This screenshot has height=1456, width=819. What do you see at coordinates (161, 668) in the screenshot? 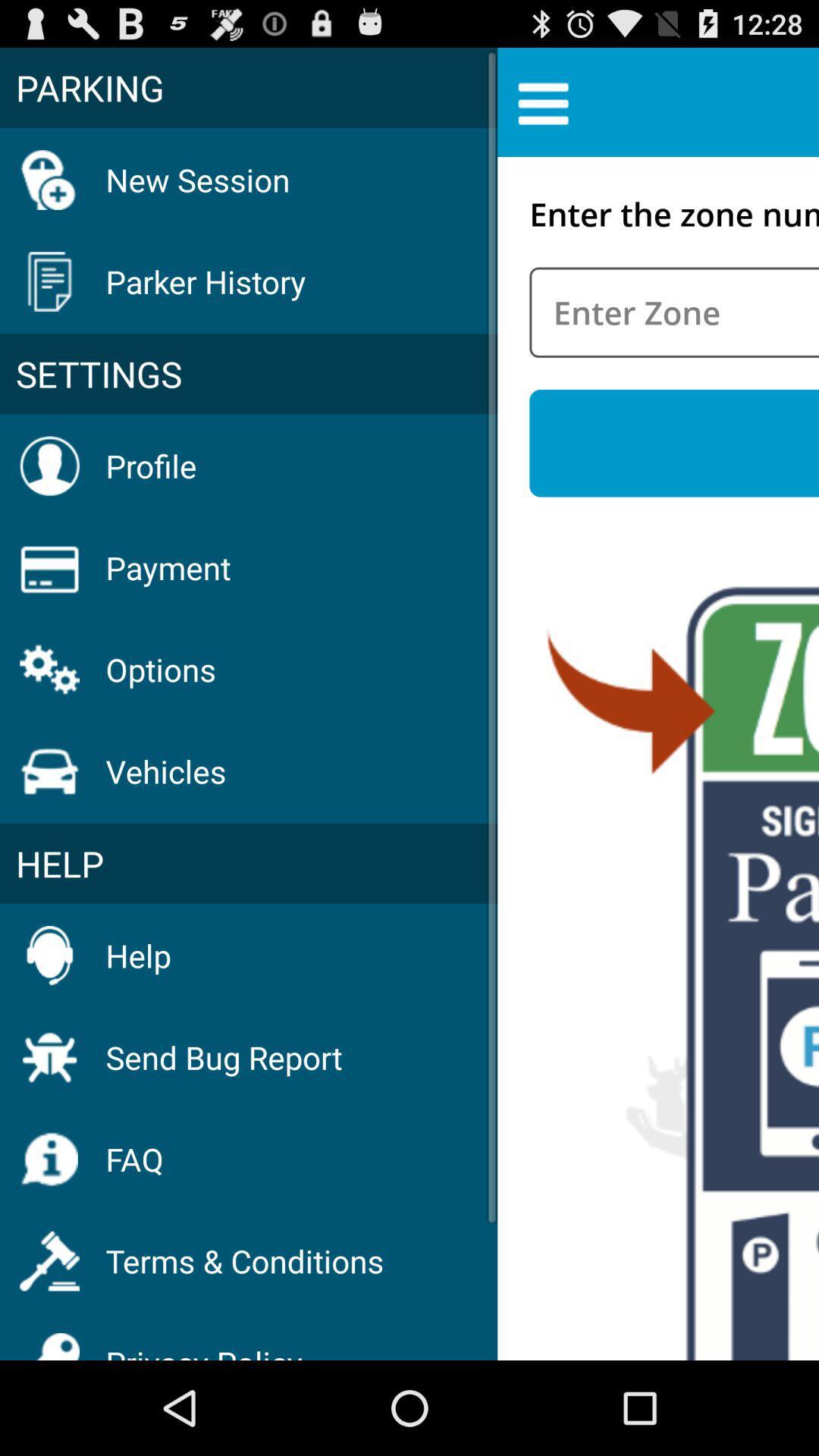
I see `icon below payment` at bounding box center [161, 668].